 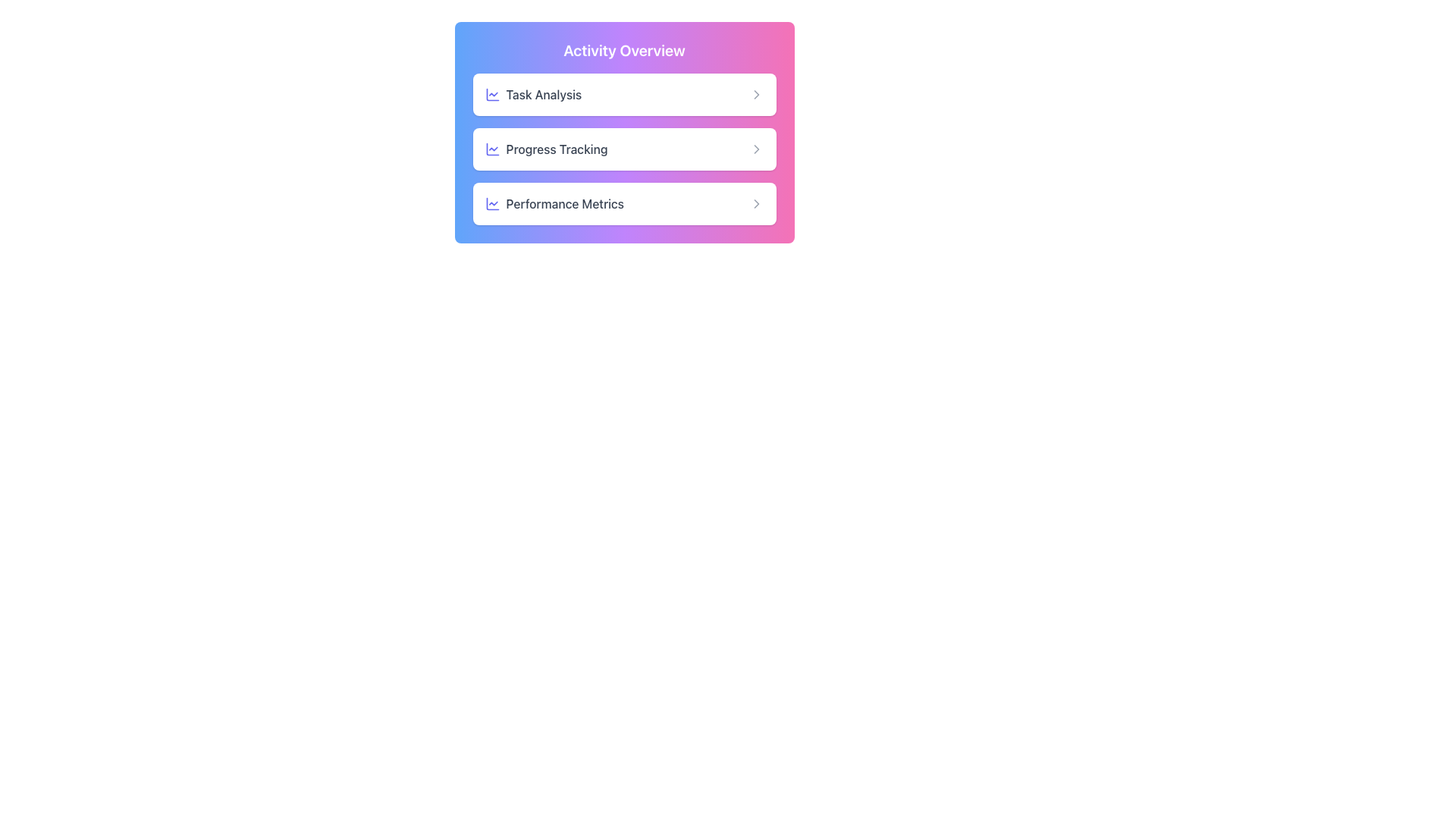 What do you see at coordinates (624, 149) in the screenshot?
I see `the middle card in the 'Activity Overview' section` at bounding box center [624, 149].